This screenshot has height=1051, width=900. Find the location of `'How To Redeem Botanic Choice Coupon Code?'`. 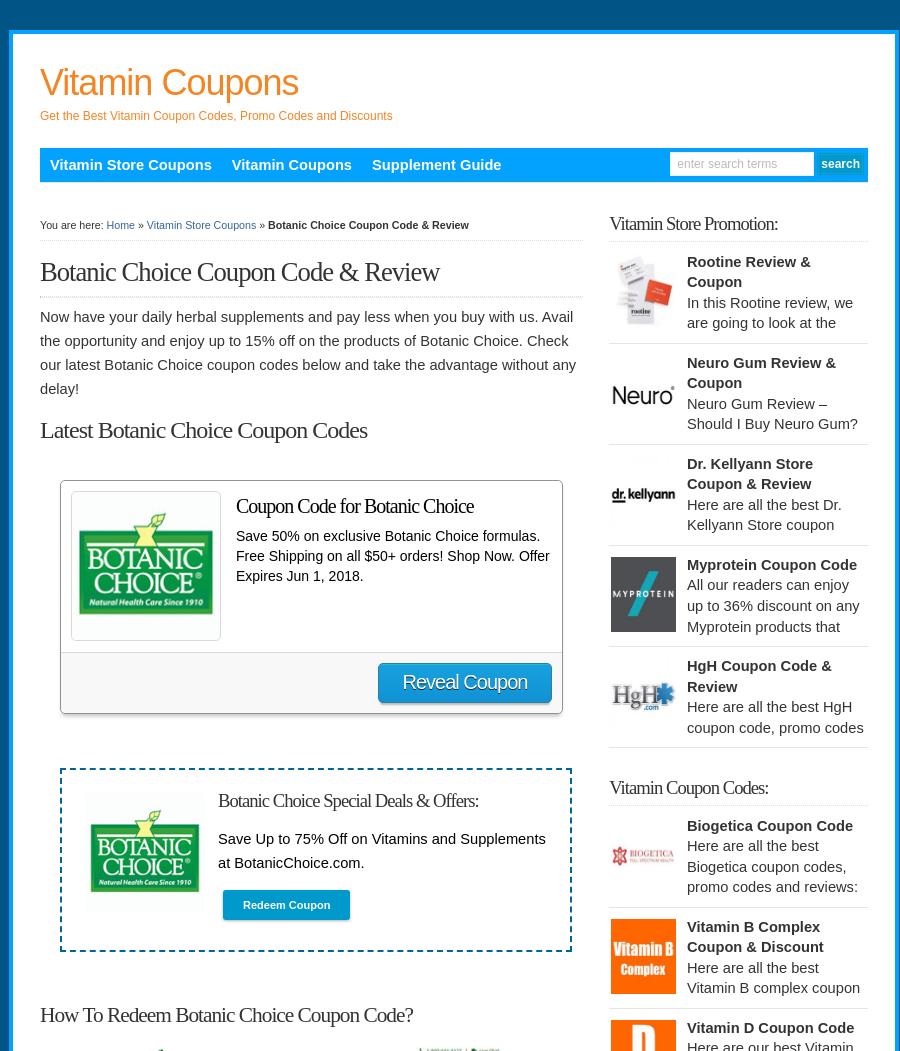

'How To Redeem Botanic Choice Coupon Code?' is located at coordinates (38, 1013).